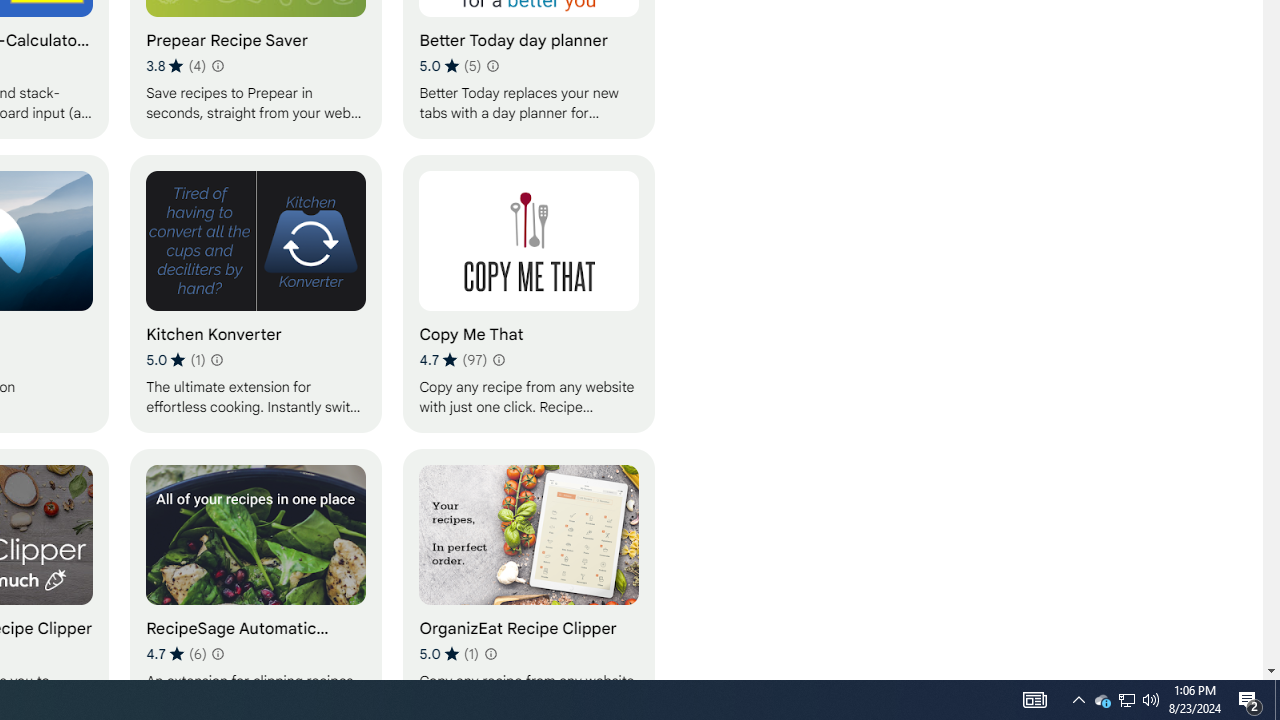 This screenshot has width=1280, height=720. I want to click on 'Average rating 4.7 out of 5 stars. 97 ratings.', so click(452, 360).